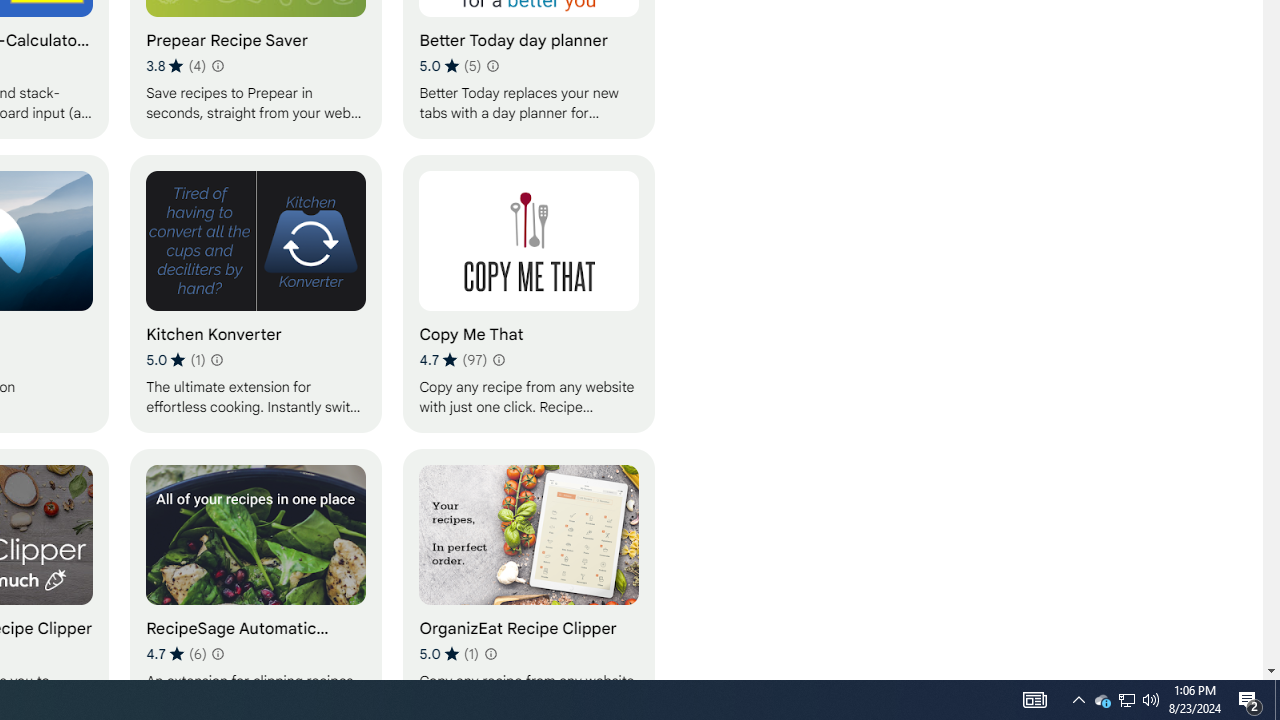 This screenshot has width=1280, height=720. I want to click on 'Average rating 4.7 out of 5 stars. 97 ratings.', so click(452, 360).